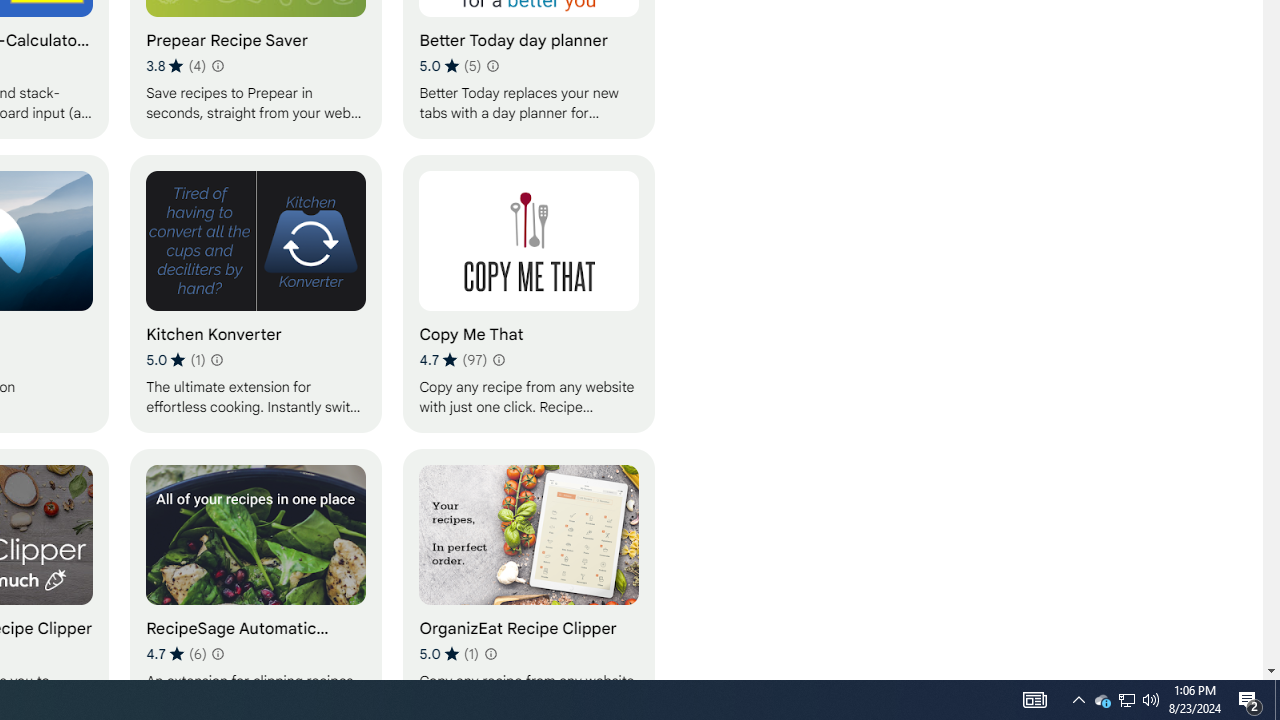 This screenshot has width=1280, height=720. I want to click on 'Average rating 4.7 out of 5 stars. 97 ratings.', so click(452, 360).